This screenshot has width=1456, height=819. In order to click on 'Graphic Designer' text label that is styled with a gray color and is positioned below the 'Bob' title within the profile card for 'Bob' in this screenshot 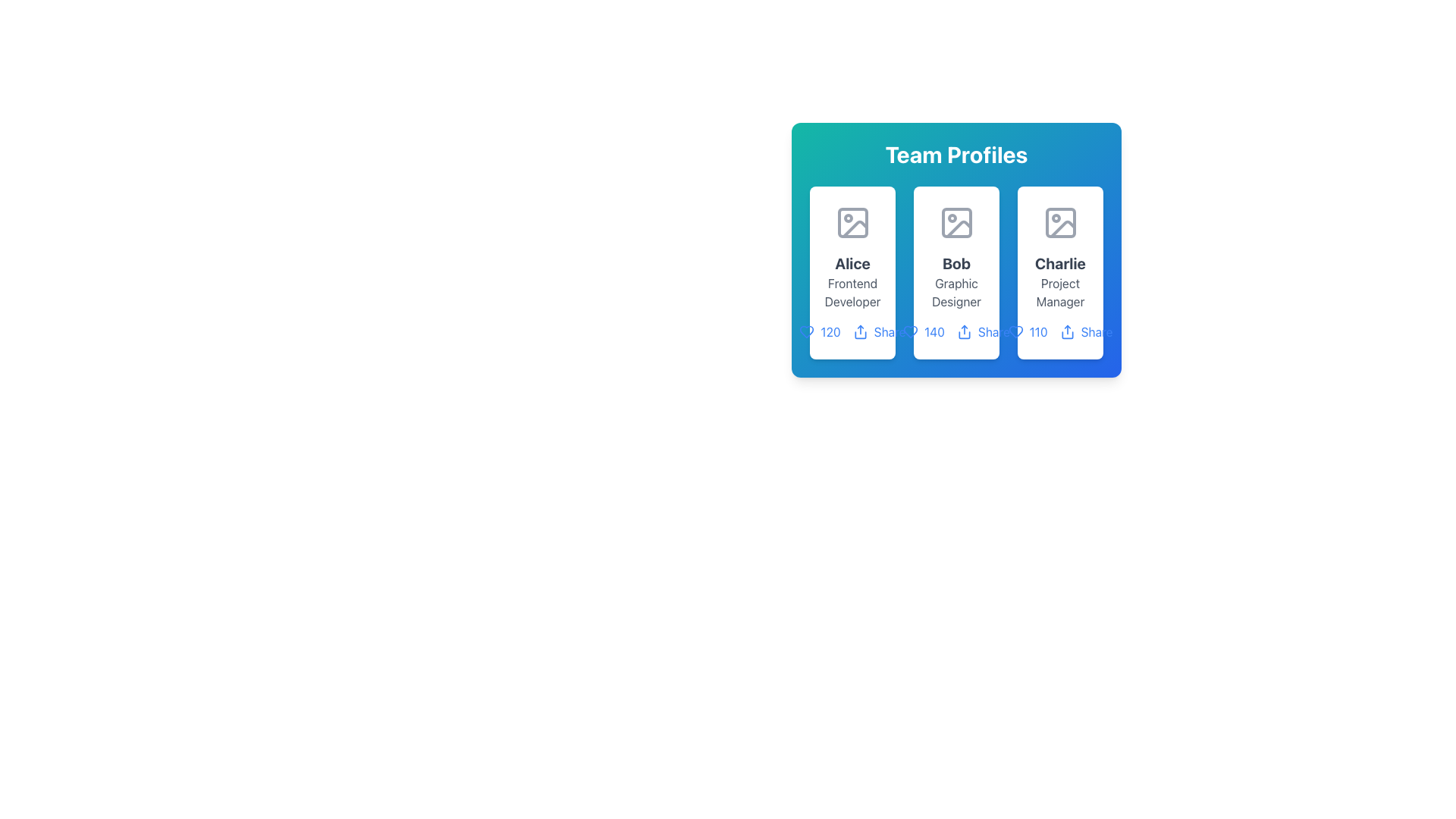, I will do `click(955, 292)`.